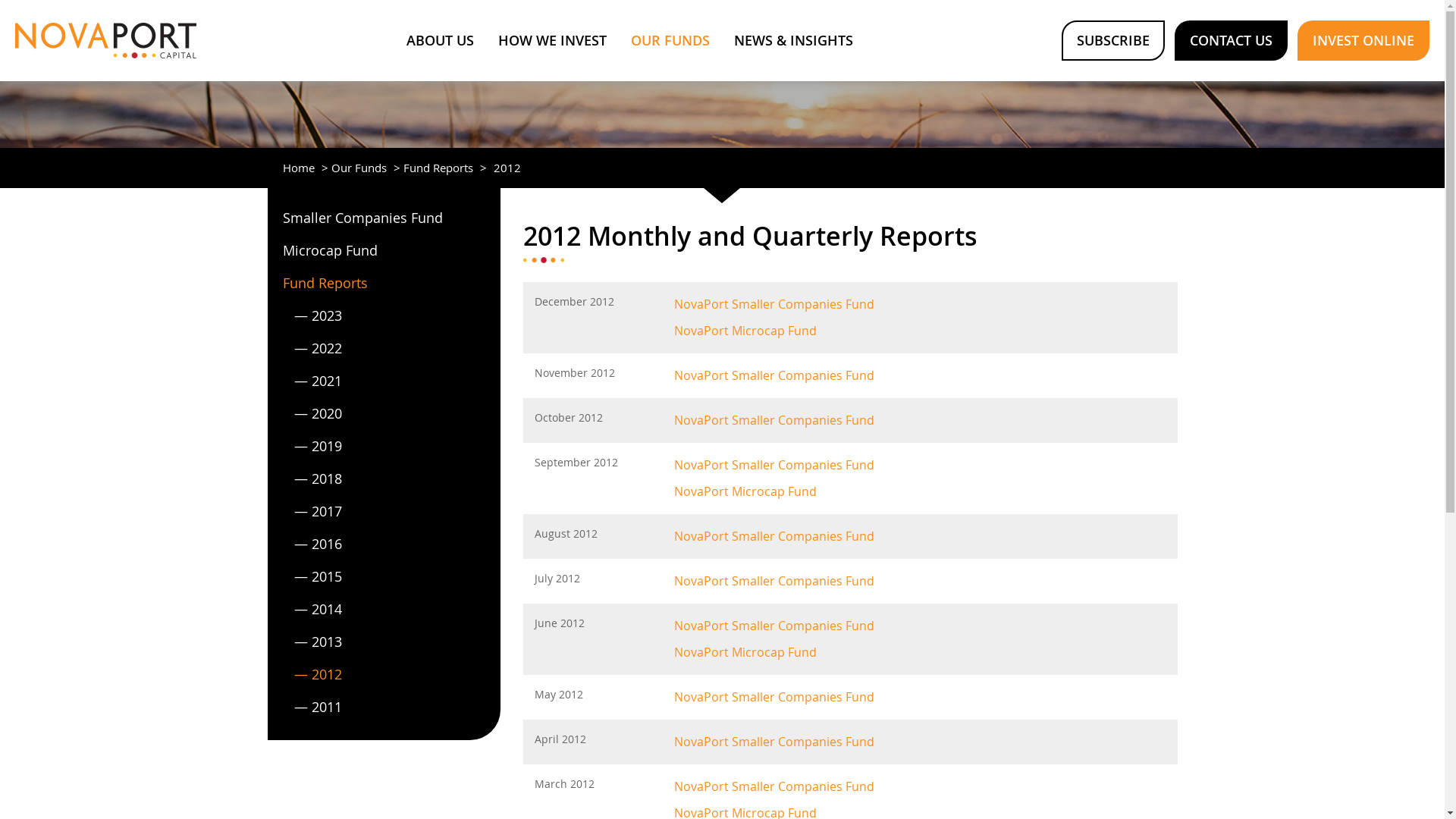 The image size is (1456, 819). What do you see at coordinates (383, 342) in the screenshot?
I see `'2022'` at bounding box center [383, 342].